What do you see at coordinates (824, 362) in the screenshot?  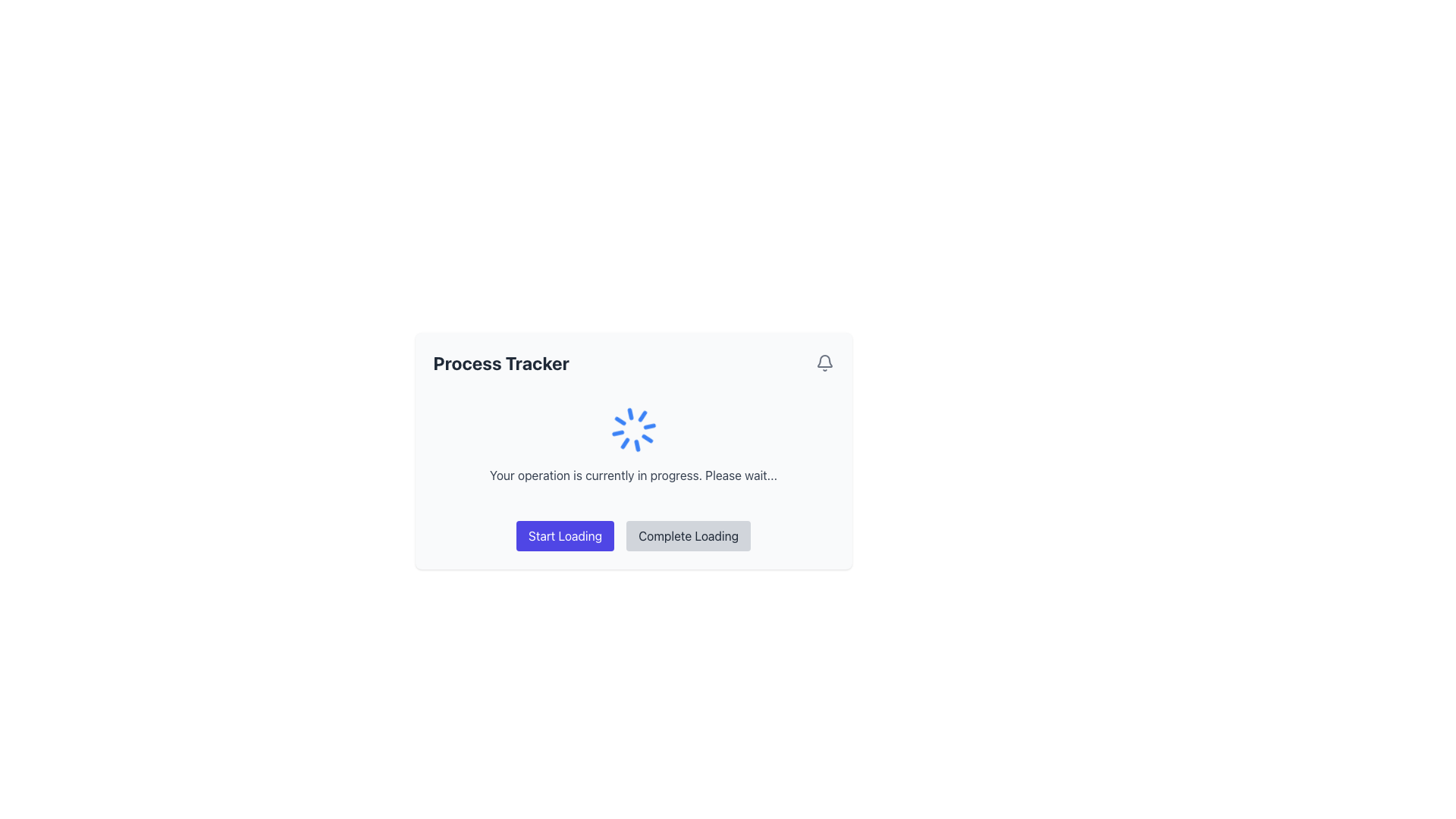 I see `the bell-shaped icon located in the header section adjacent to the 'Process Tracker' title` at bounding box center [824, 362].